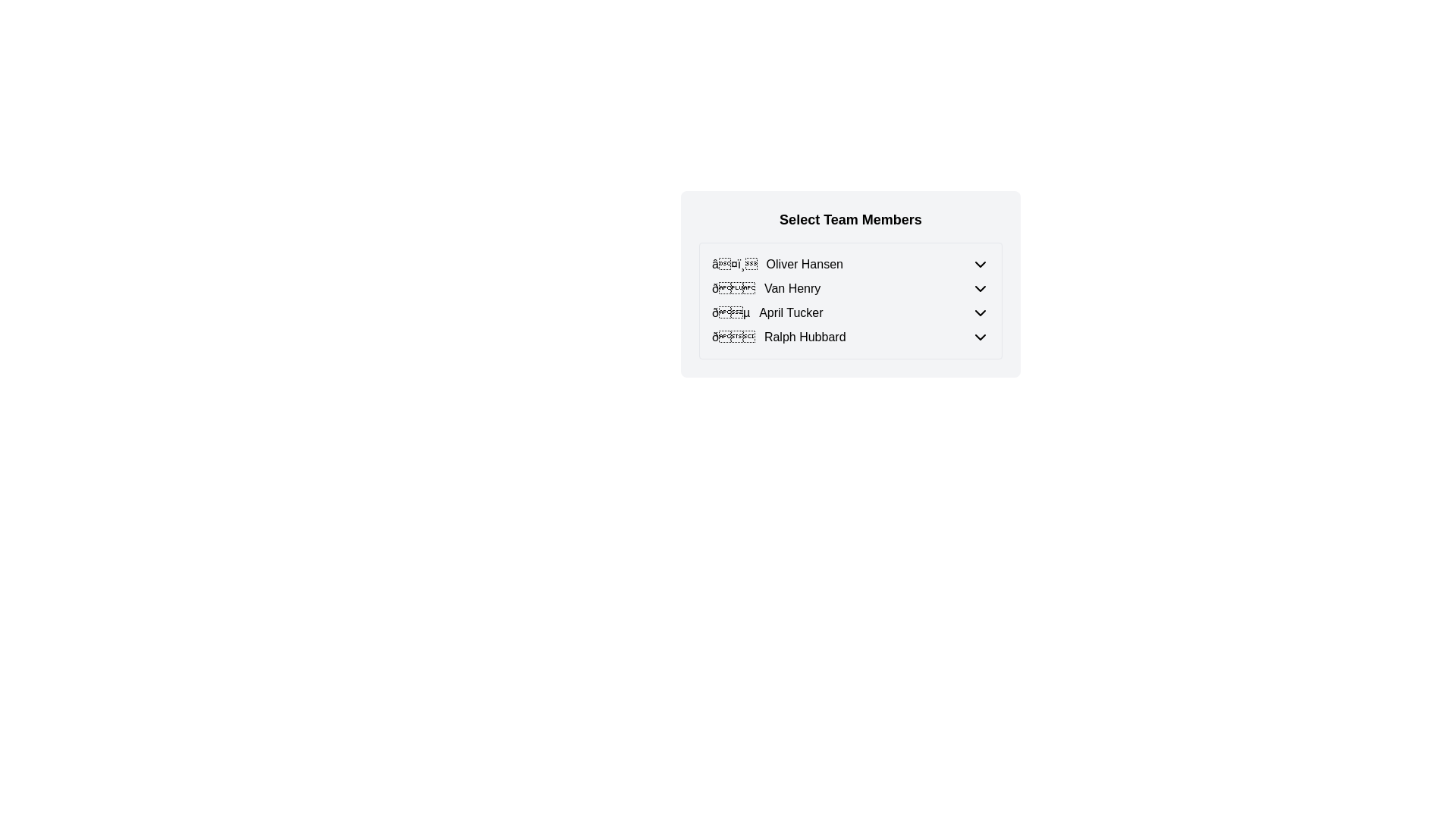 This screenshot has height=819, width=1456. What do you see at coordinates (804, 263) in the screenshot?
I see `the text label 'Oliver Hansen' located to the right of the heart icon in the first row of the 'Select Team Members' section` at bounding box center [804, 263].